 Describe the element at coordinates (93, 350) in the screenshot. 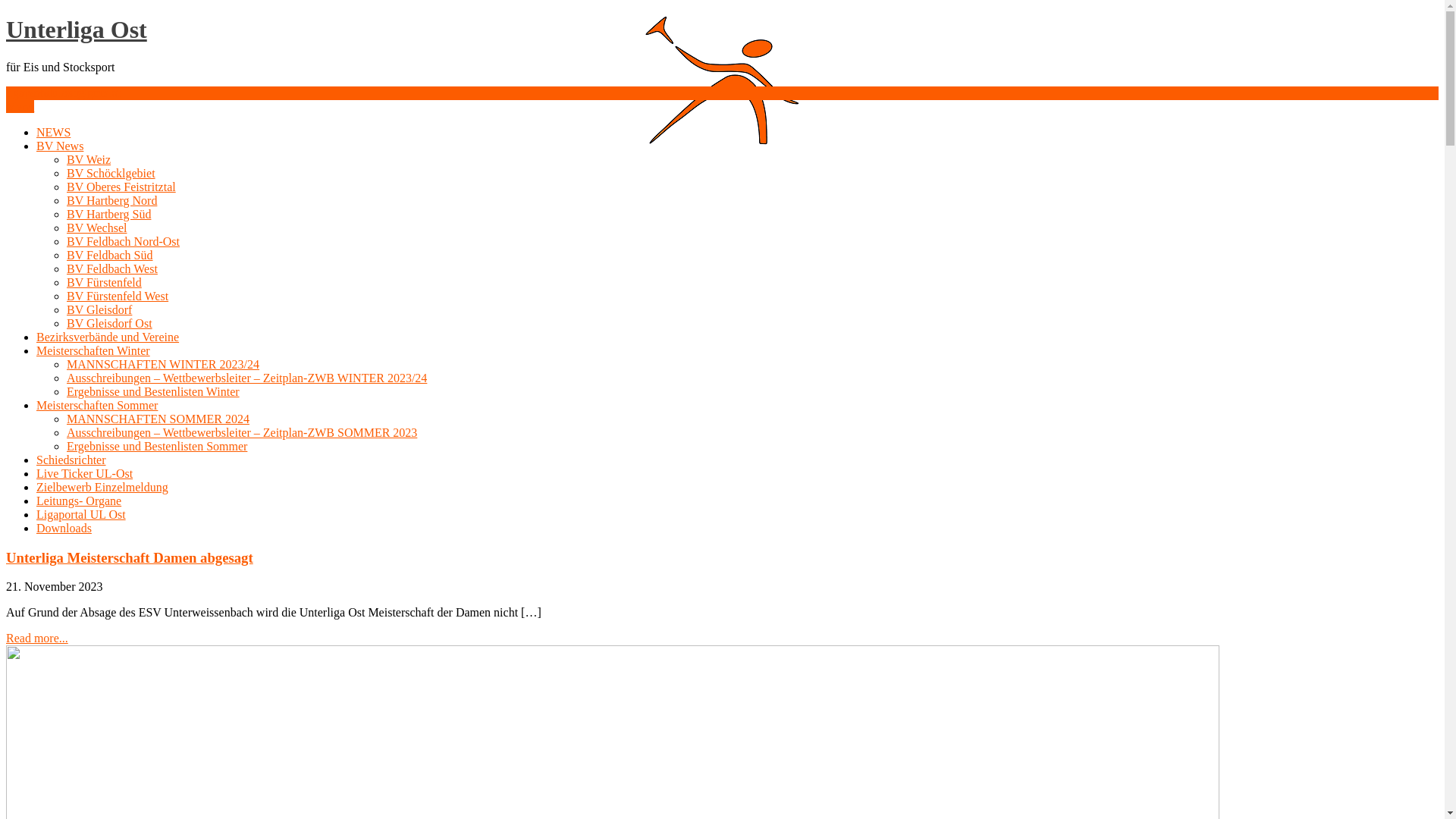

I see `'Meisterschaften Winter'` at that location.